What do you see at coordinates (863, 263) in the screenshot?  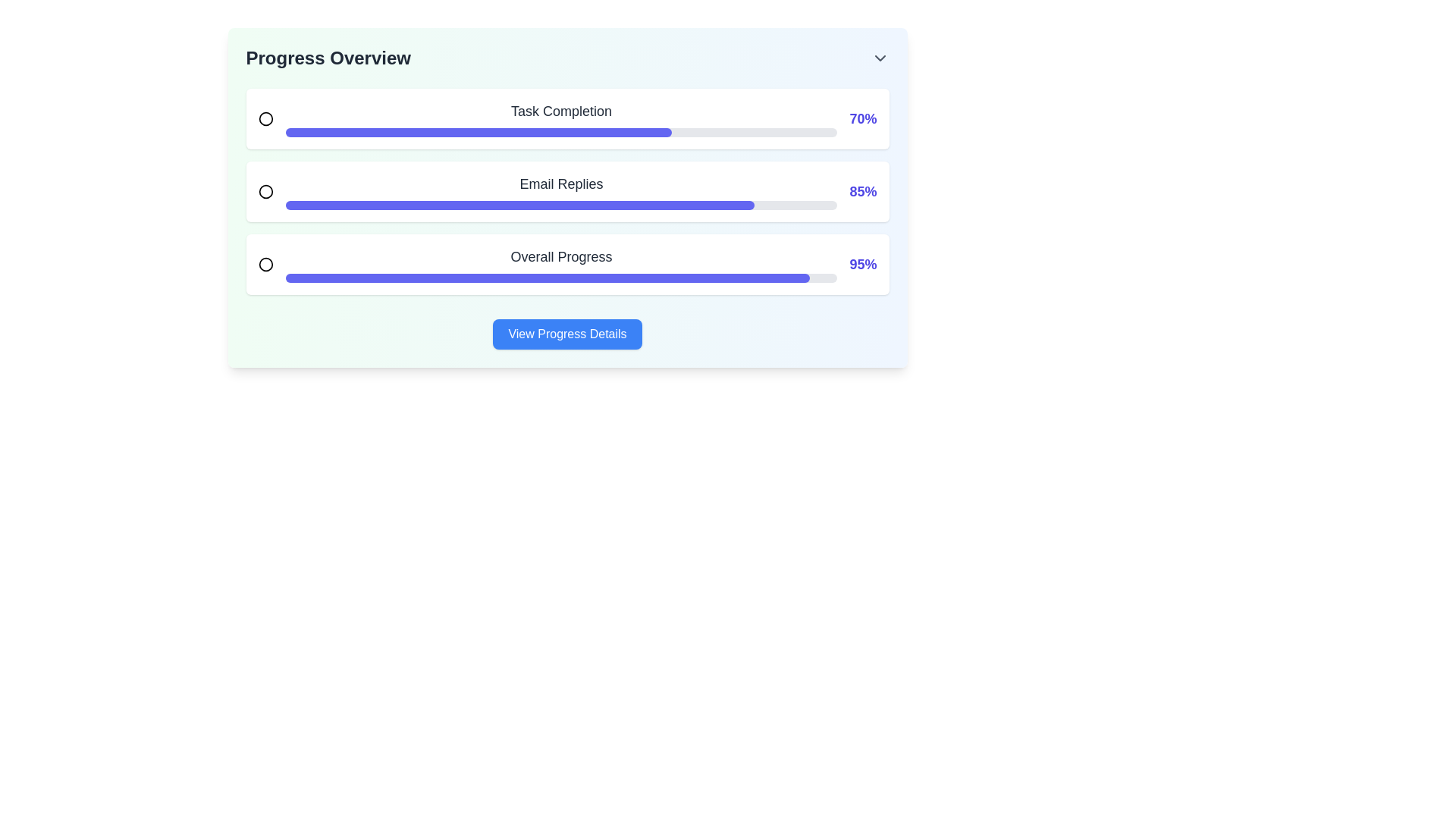 I see `the bold, medium-sized, indigo-colored text displaying '95%' located at the right edge of the 'Overall Progress' section` at bounding box center [863, 263].